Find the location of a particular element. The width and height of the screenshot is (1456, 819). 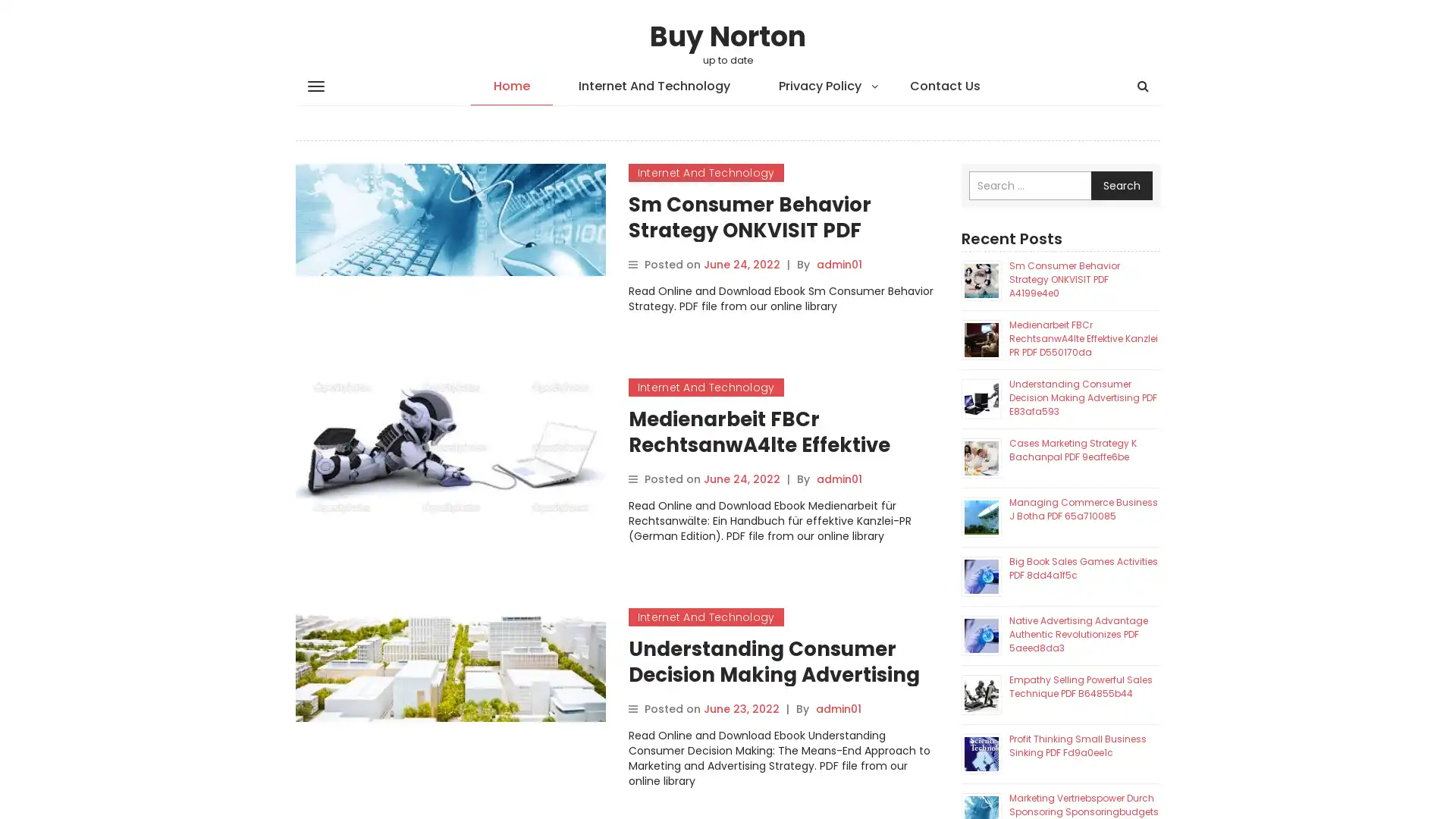

Search is located at coordinates (1122, 185).